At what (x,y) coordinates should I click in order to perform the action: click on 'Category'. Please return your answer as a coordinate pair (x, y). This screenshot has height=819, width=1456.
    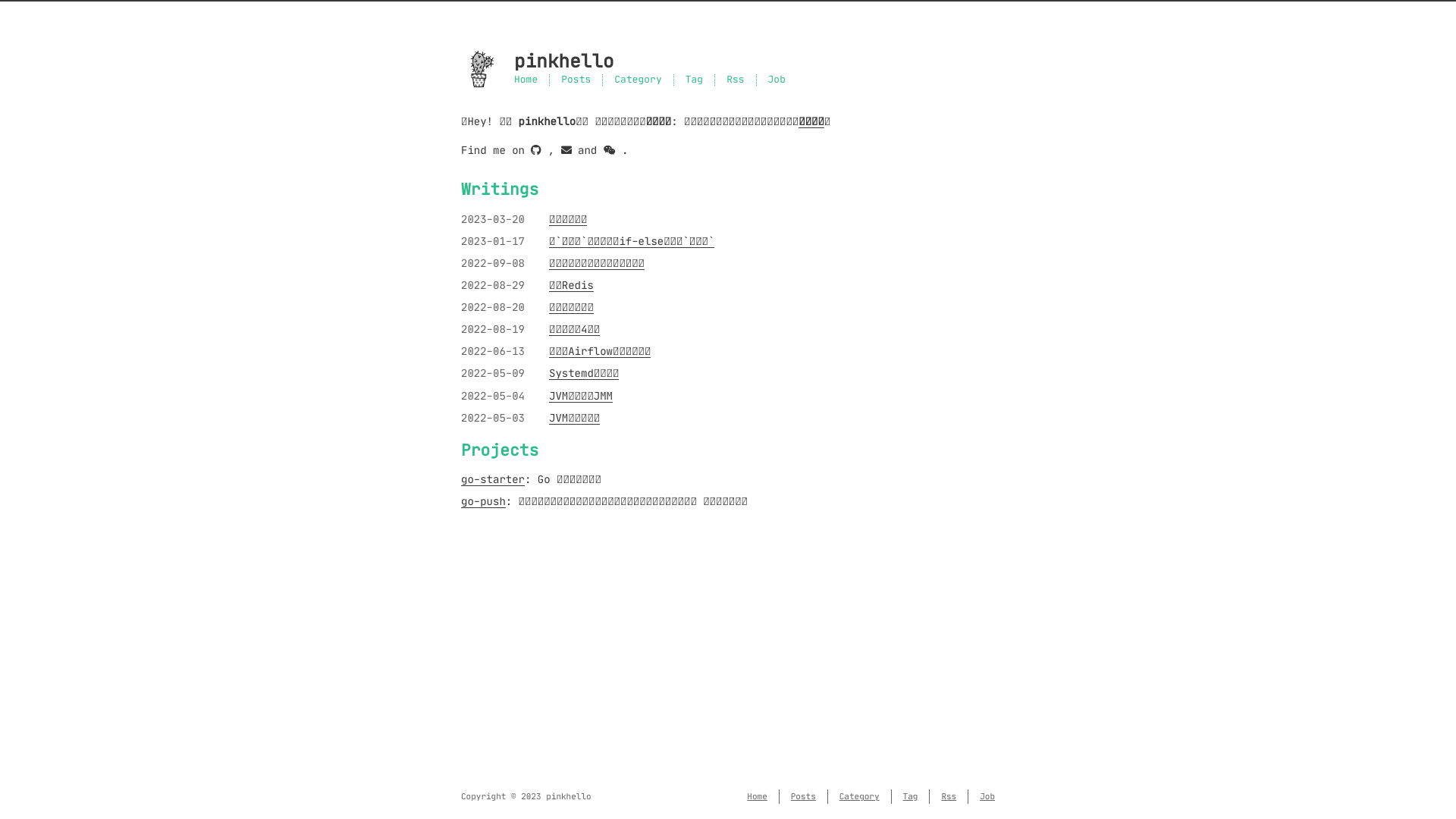
    Looking at the image, I should click on (859, 795).